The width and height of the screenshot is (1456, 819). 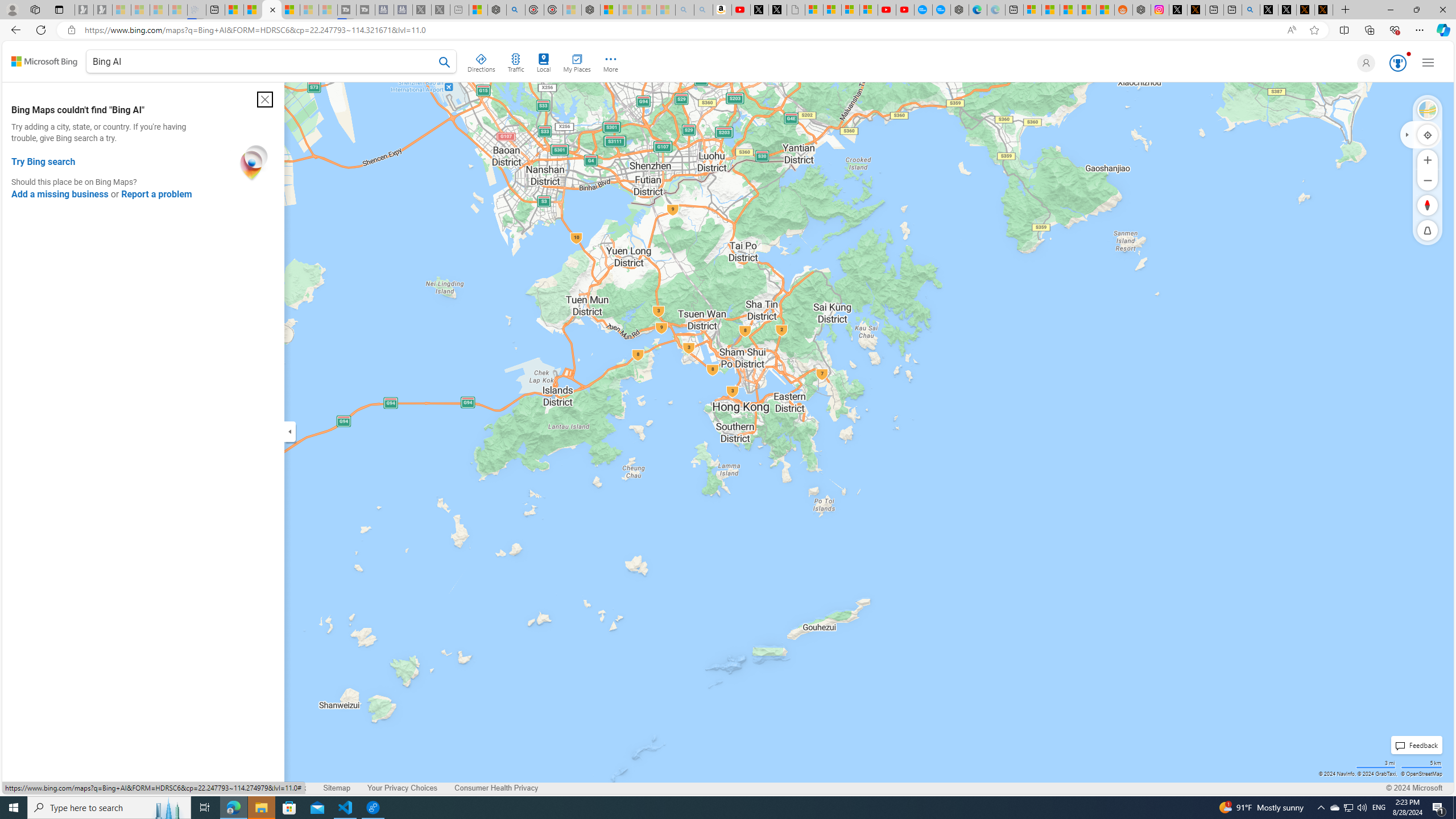 What do you see at coordinates (1363, 63) in the screenshot?
I see `'Eugene'` at bounding box center [1363, 63].